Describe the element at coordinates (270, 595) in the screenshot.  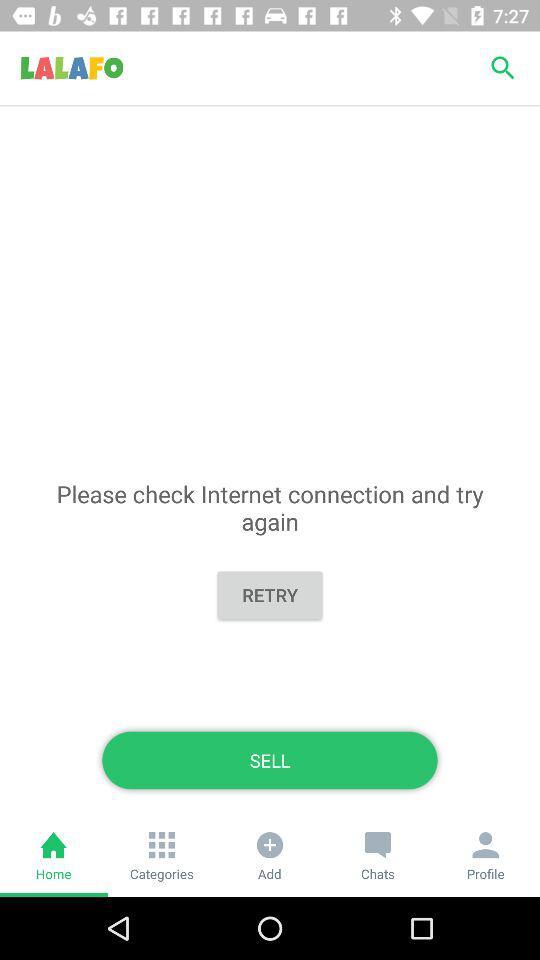
I see `the icon above the sell` at that location.